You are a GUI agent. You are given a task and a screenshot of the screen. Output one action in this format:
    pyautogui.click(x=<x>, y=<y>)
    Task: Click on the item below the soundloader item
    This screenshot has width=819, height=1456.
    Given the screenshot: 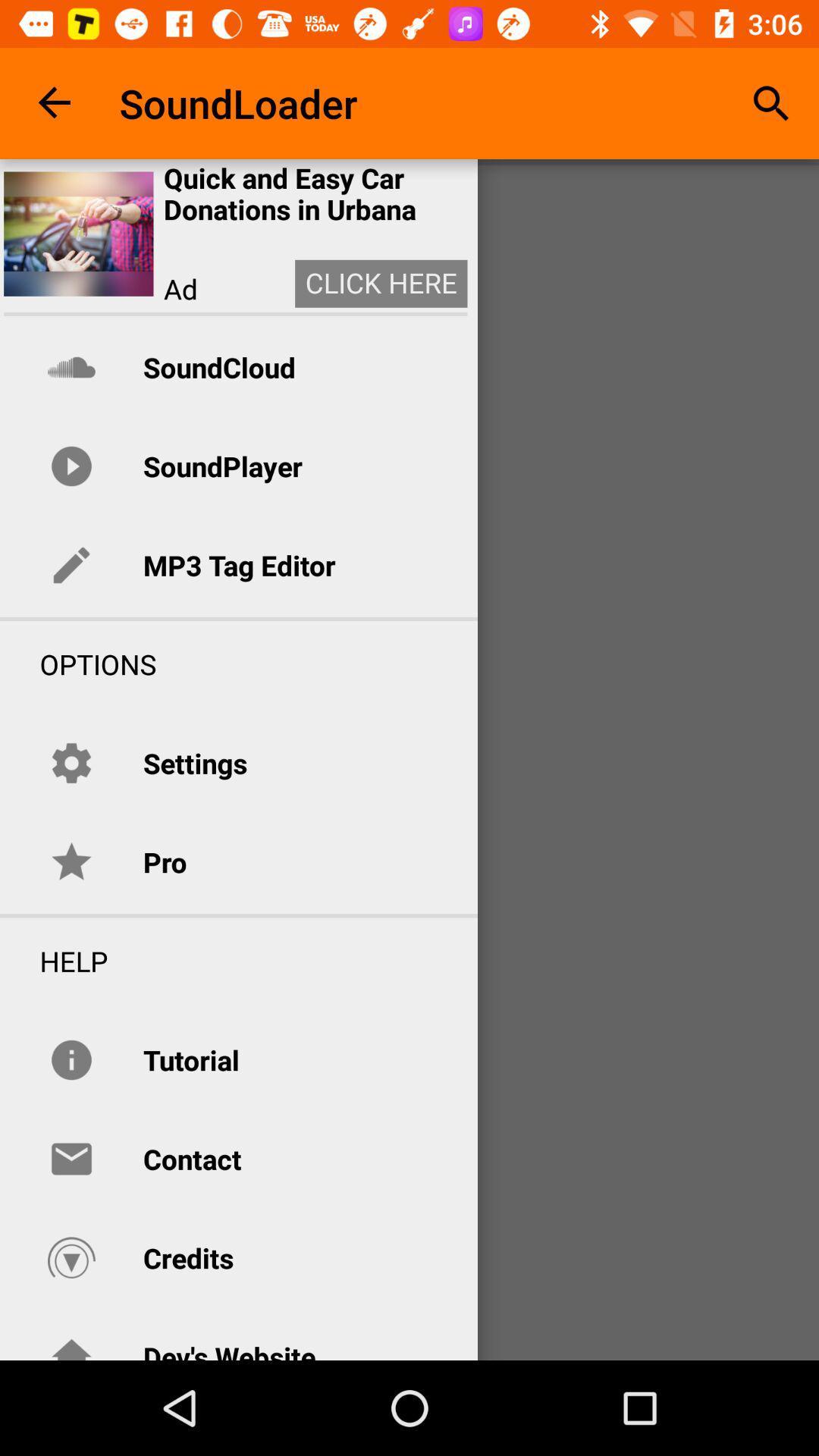 What is the action you would take?
    pyautogui.click(x=315, y=193)
    